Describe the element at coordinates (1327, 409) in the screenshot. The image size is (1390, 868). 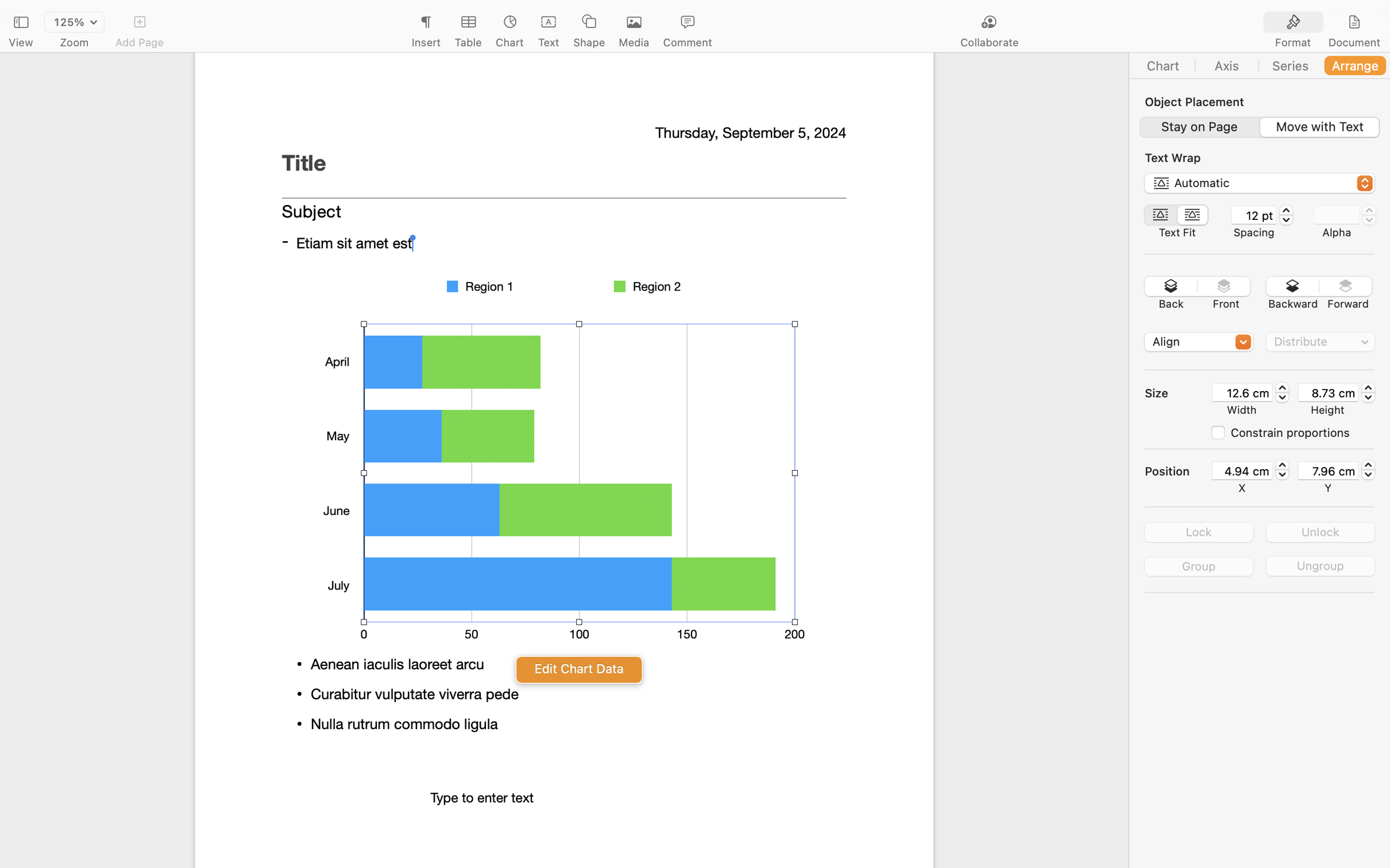
I see `'Height'` at that location.